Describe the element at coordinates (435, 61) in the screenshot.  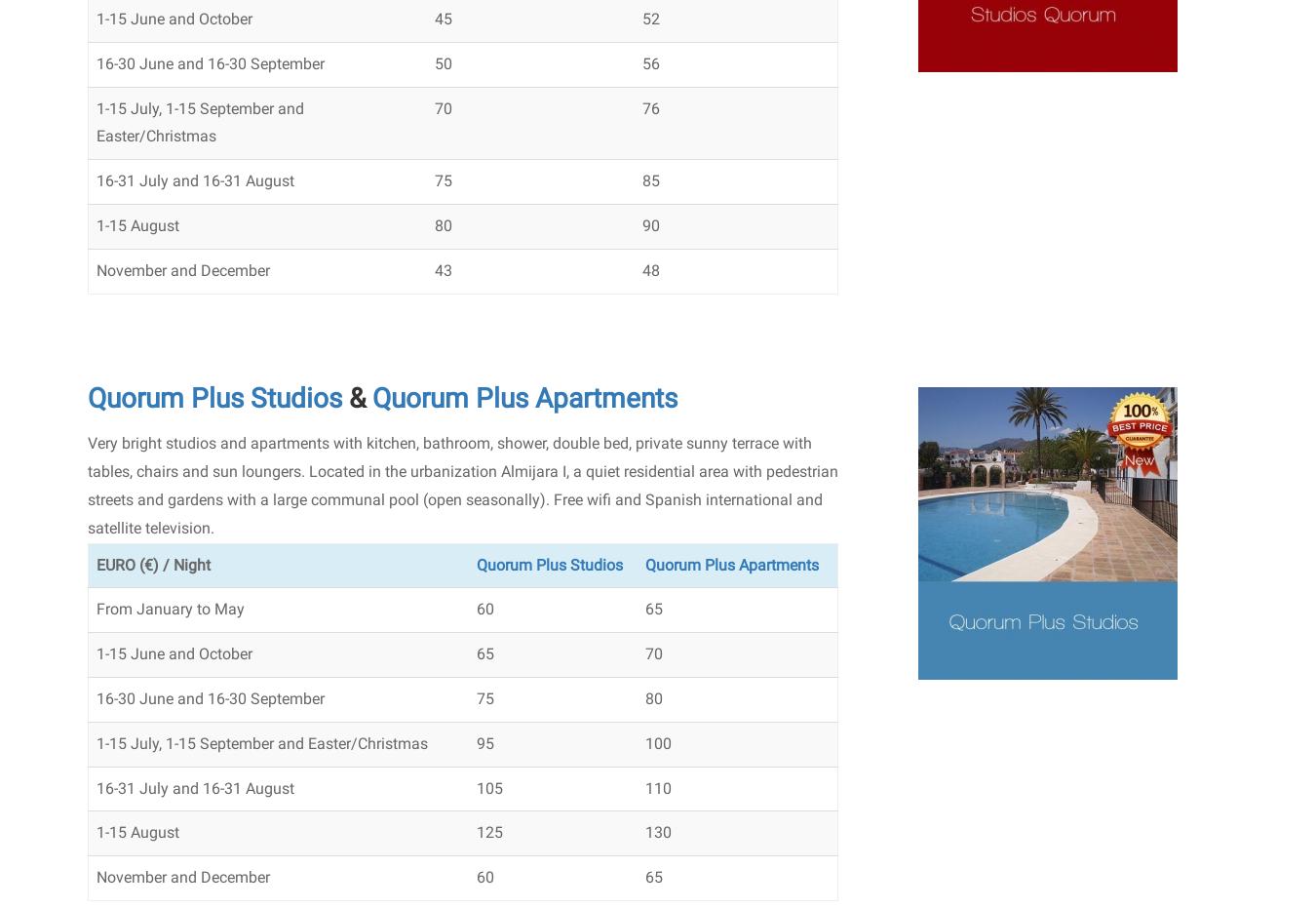
I see `'50'` at that location.